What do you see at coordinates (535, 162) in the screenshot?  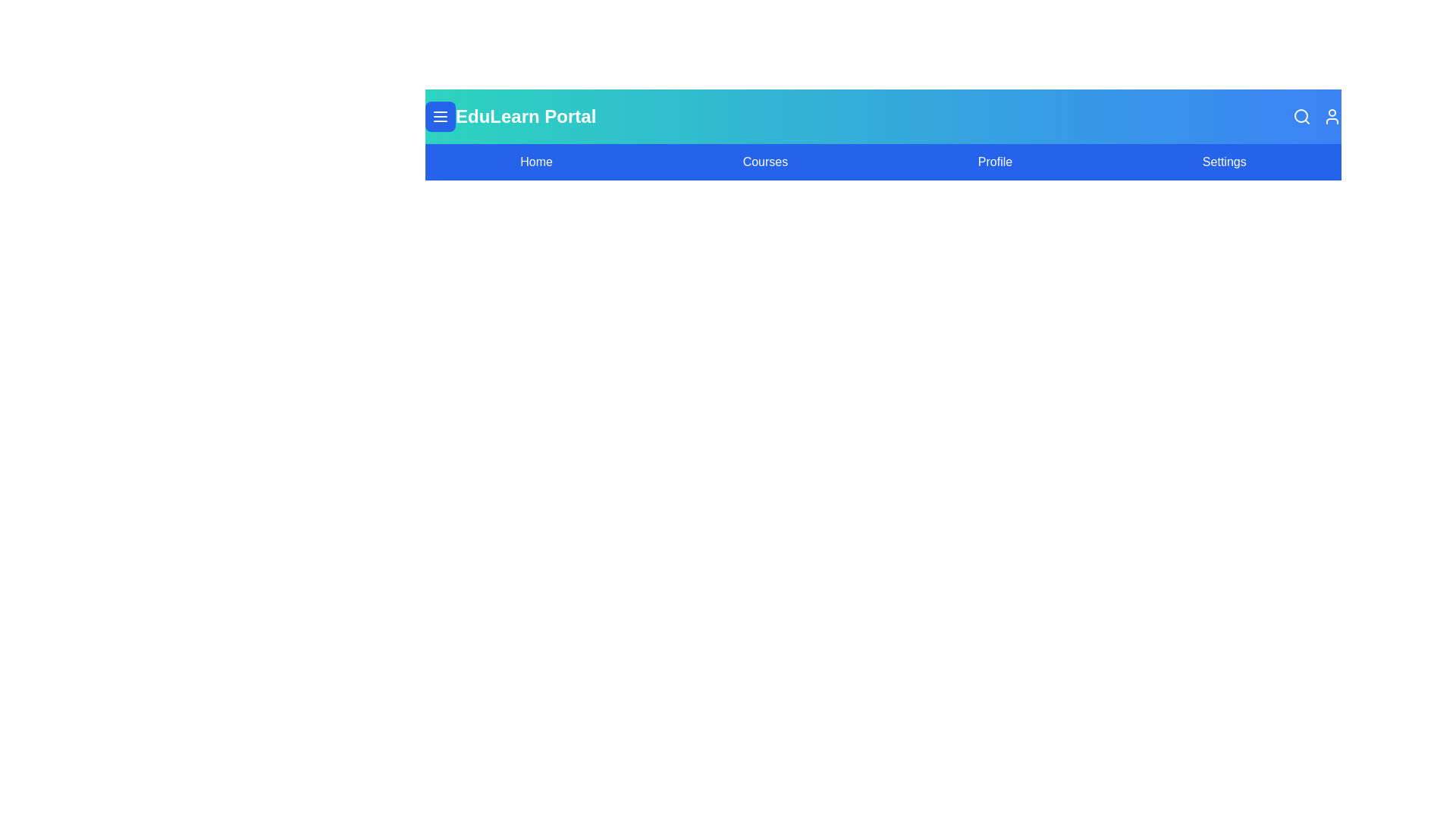 I see `the menu item Home` at bounding box center [535, 162].